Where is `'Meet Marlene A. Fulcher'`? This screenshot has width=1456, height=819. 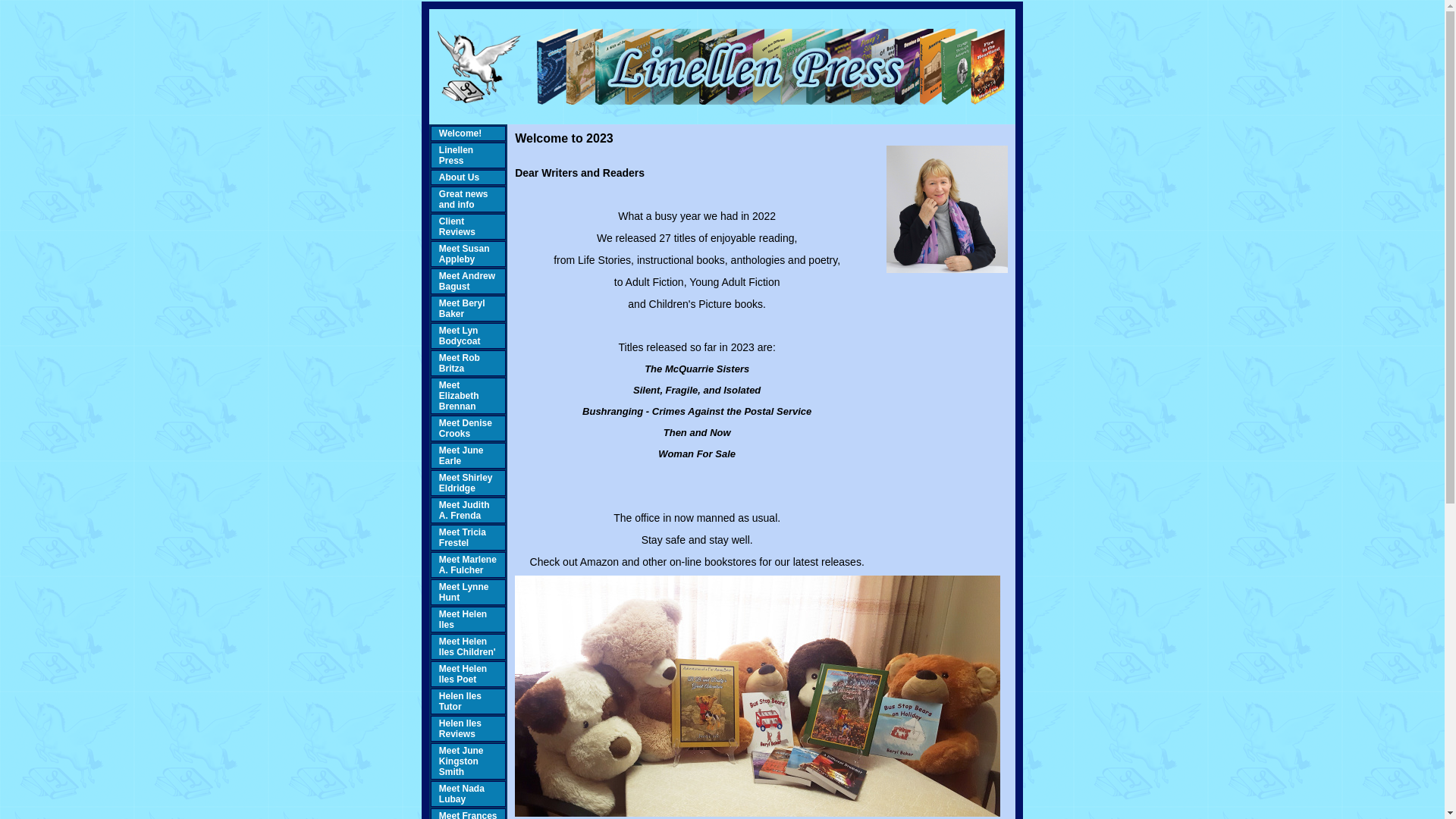
'Meet Marlene A. Fulcher' is located at coordinates (467, 564).